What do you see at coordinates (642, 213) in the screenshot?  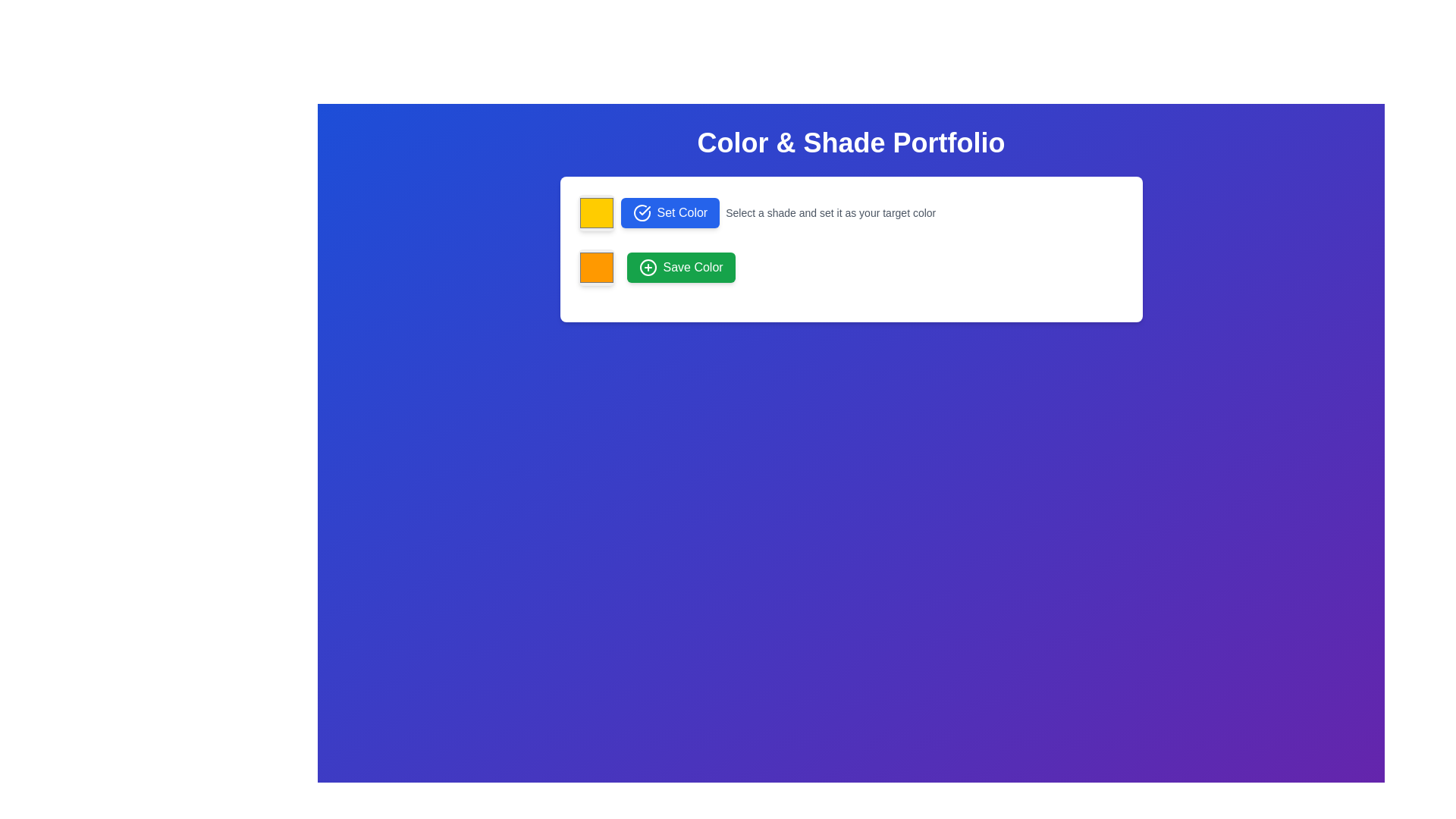 I see `icon that visually indicates a checked action, positioned to the left of the 'Set Color' text, for its stylistic details` at bounding box center [642, 213].